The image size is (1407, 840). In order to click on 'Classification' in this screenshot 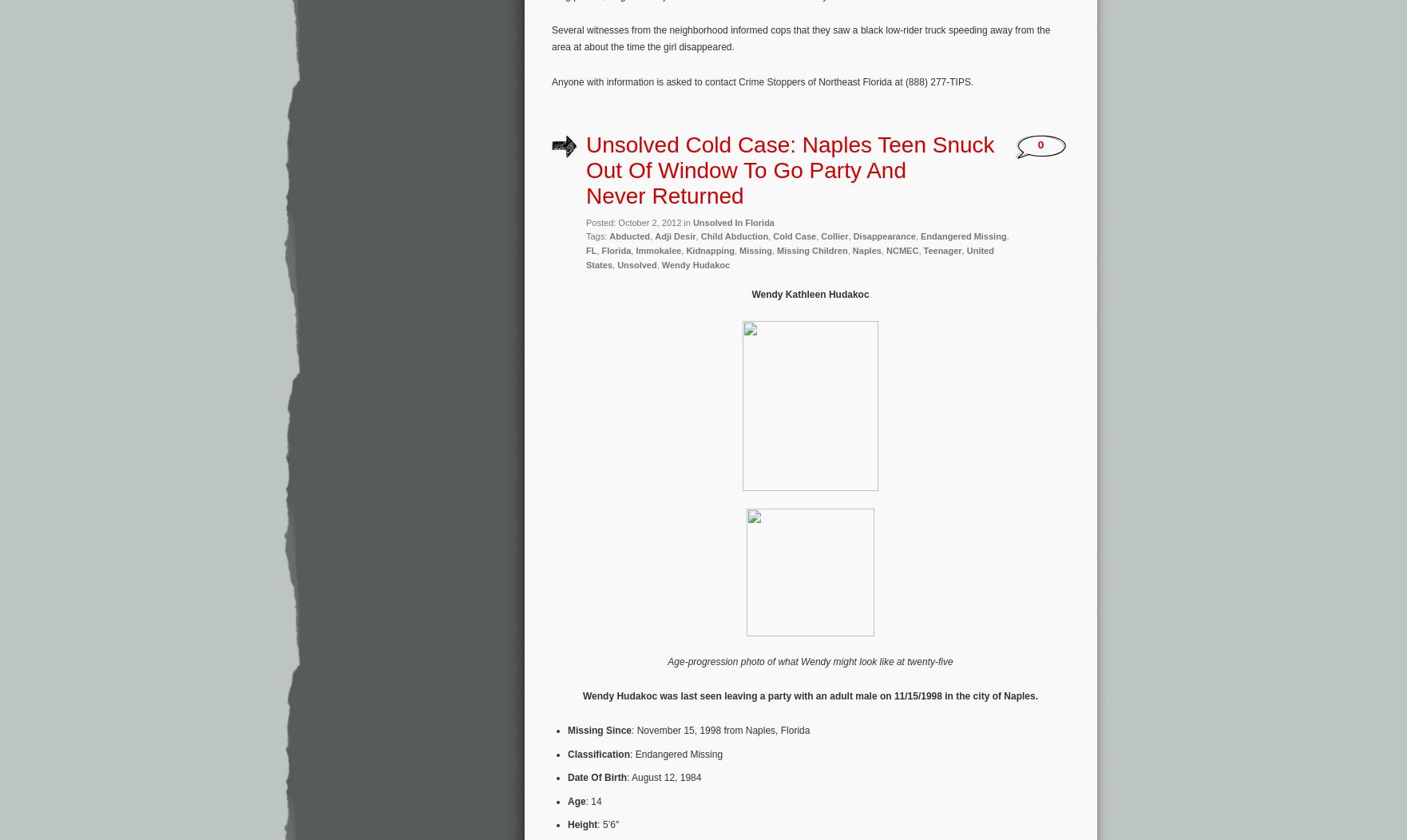, I will do `click(598, 752)`.